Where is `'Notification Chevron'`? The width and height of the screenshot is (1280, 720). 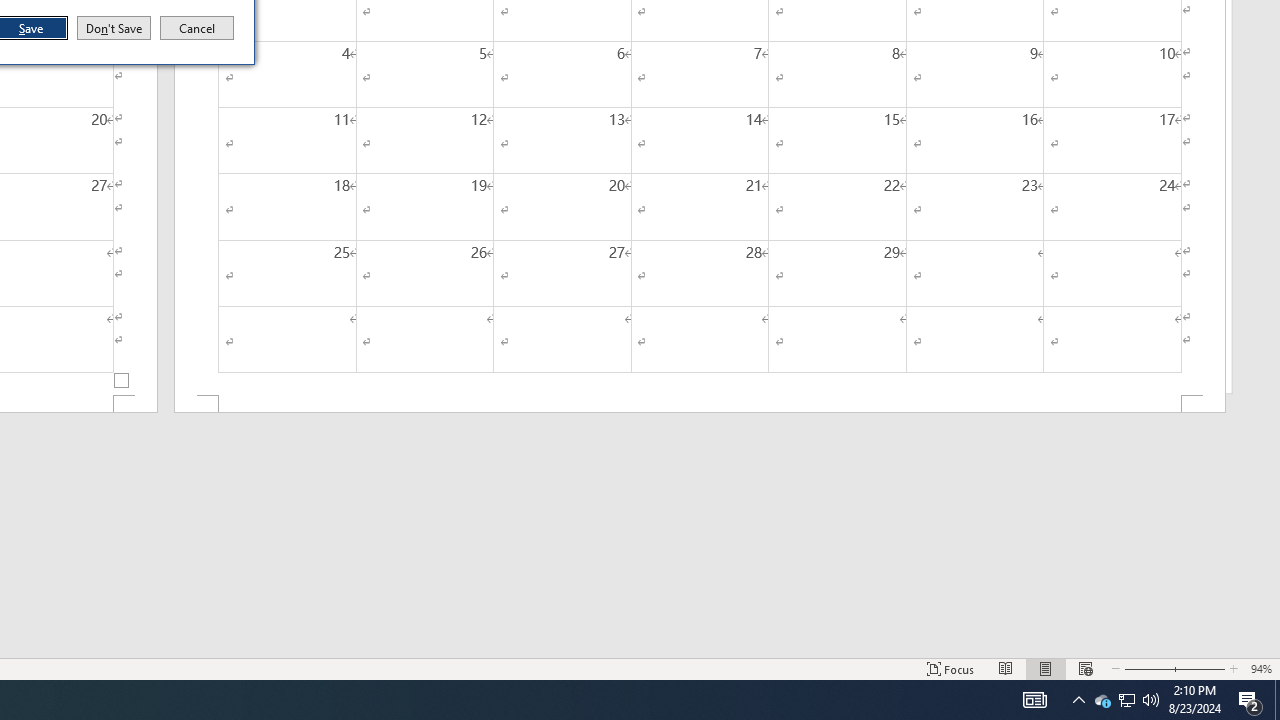 'Notification Chevron' is located at coordinates (1101, 698).